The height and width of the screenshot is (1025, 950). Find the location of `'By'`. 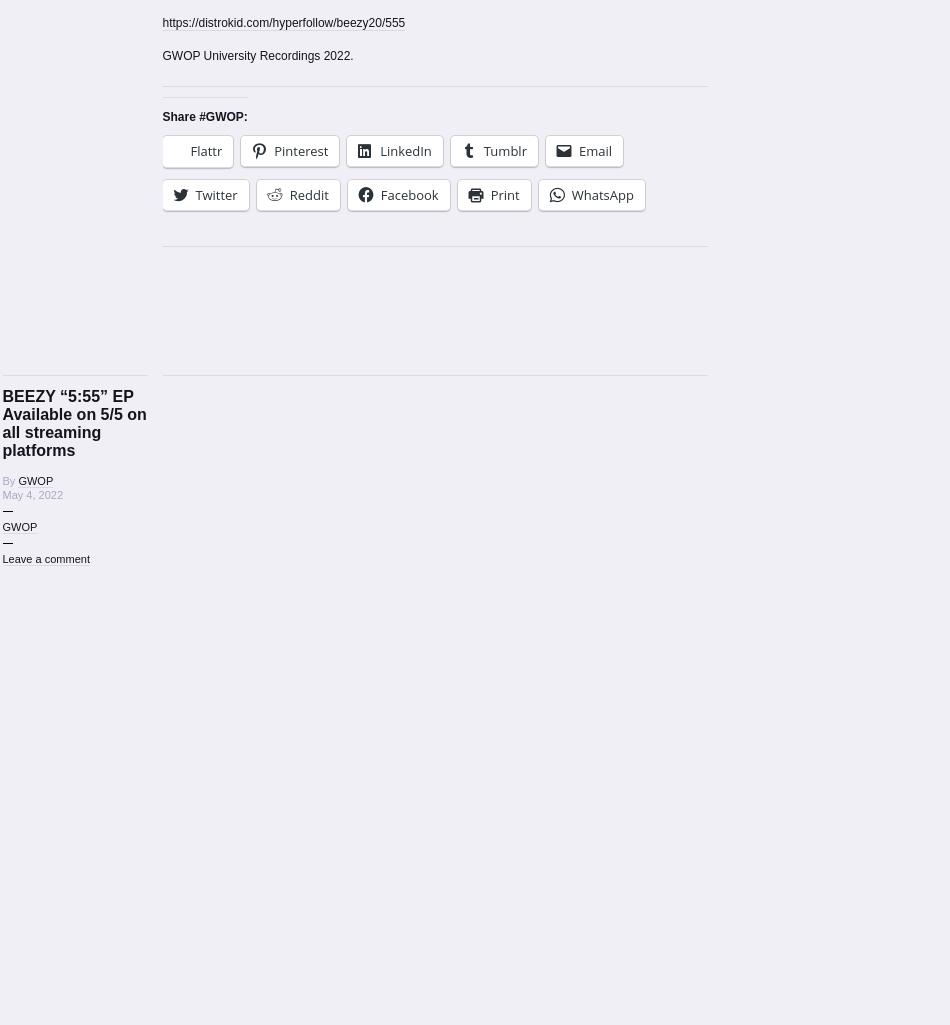

'By' is located at coordinates (9, 481).